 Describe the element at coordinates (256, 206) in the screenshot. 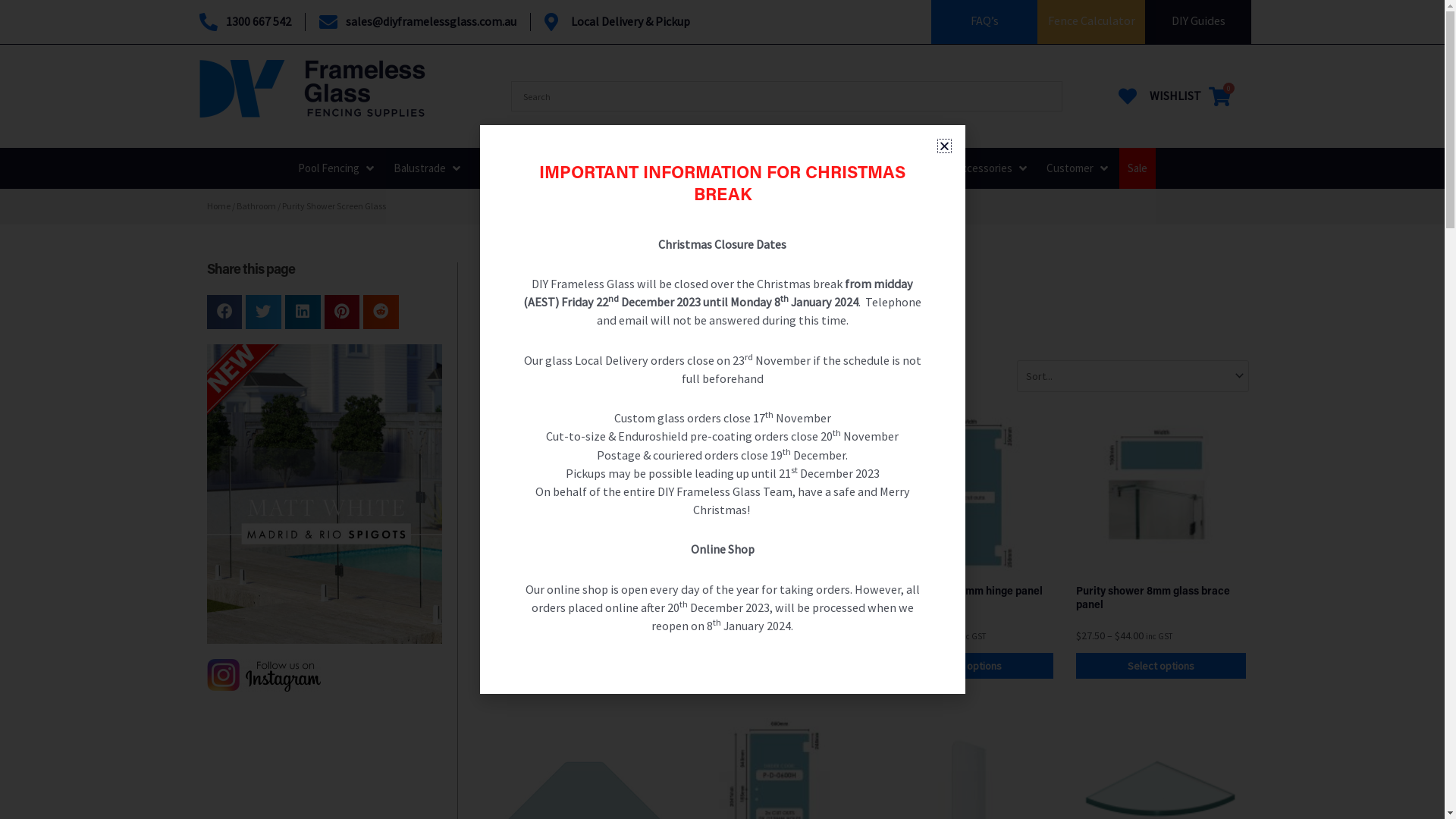

I see `'Bathroom'` at that location.